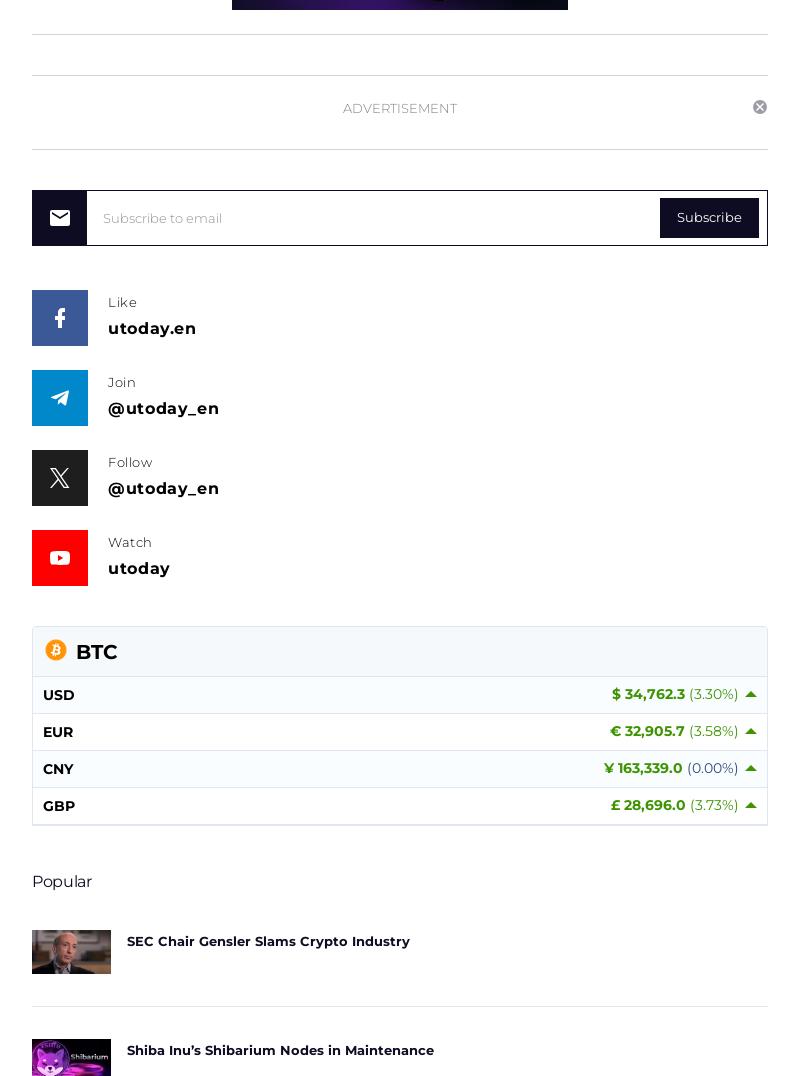 The image size is (800, 1076). Describe the element at coordinates (57, 694) in the screenshot. I see `'USD'` at that location.